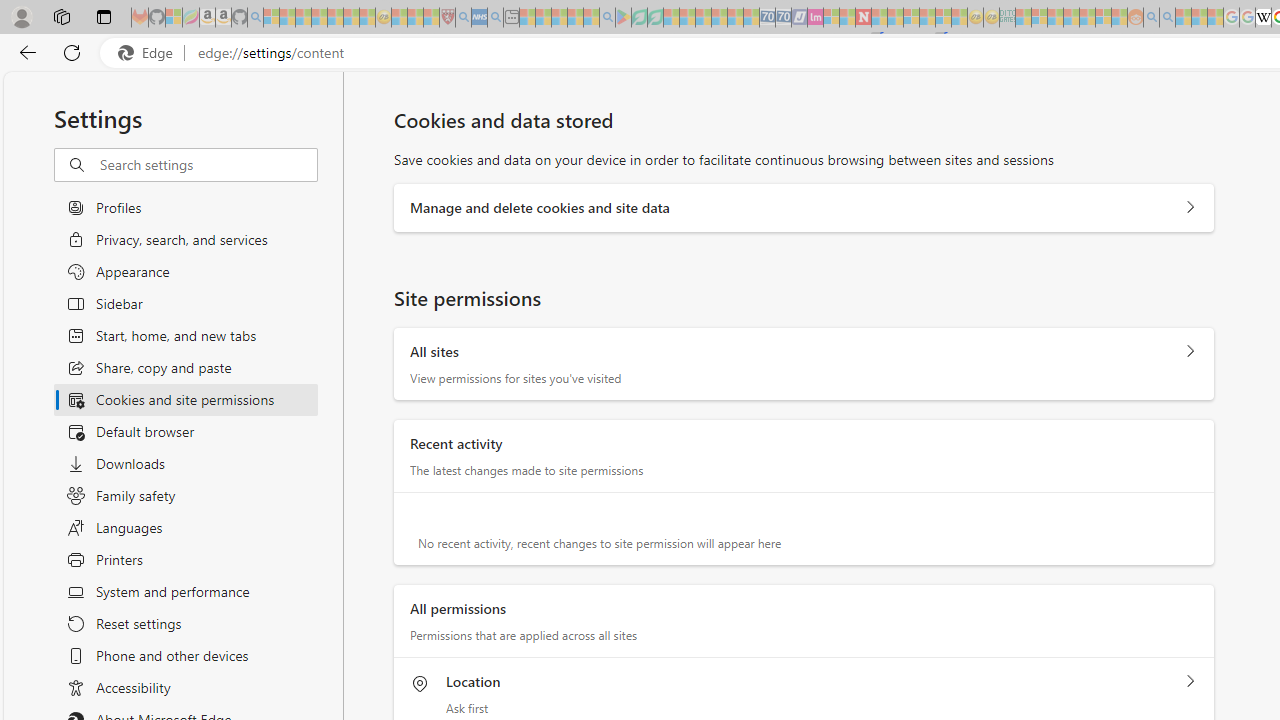 Image resolution: width=1280 pixels, height=720 pixels. Describe the element at coordinates (335, 17) in the screenshot. I see `'New Report Confirms 2023 Was Record Hot | Watch - Sleeping'` at that location.